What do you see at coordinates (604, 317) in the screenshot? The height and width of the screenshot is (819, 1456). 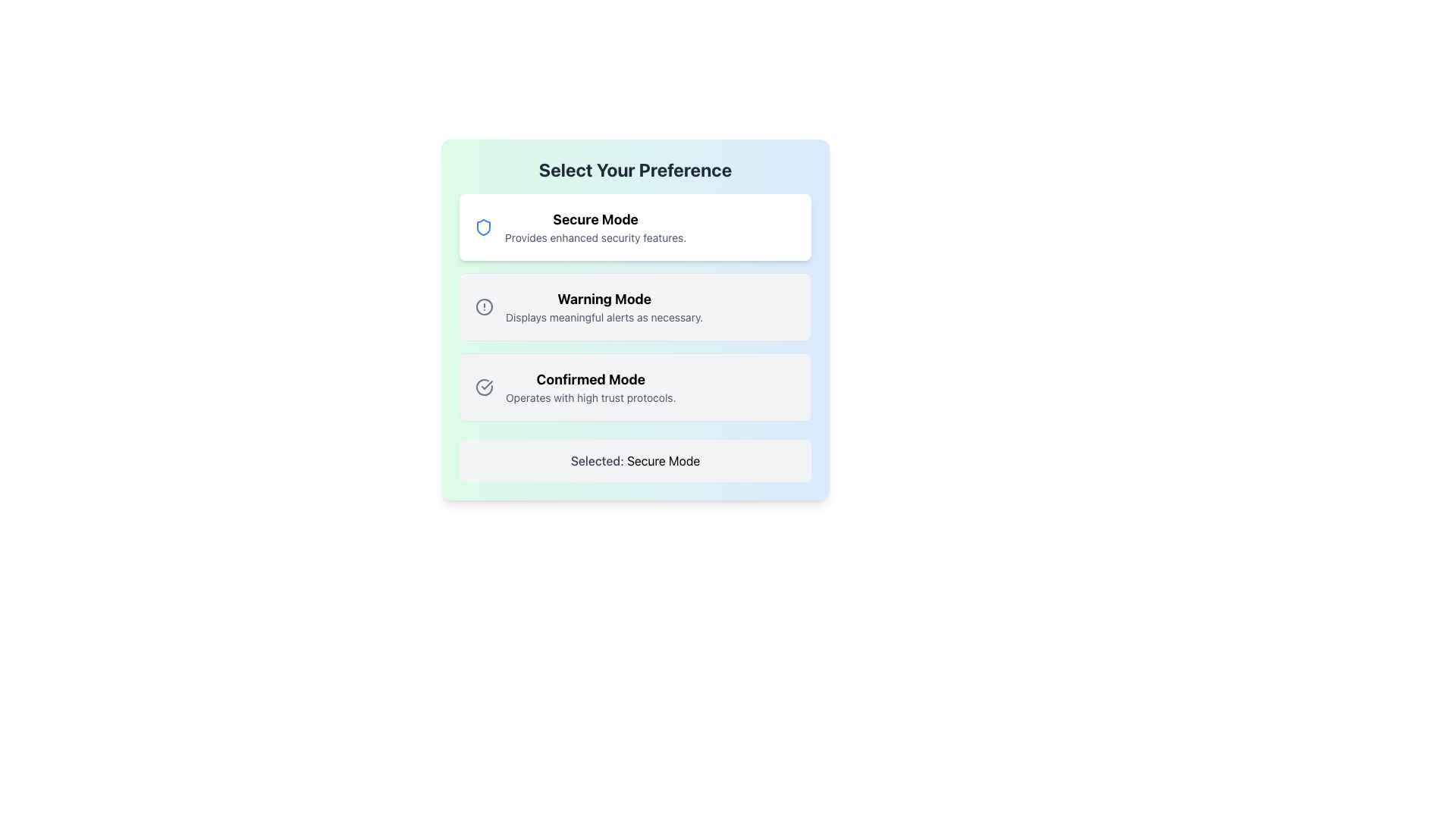 I see `the text label providing additional information regarding the 'Warning Mode' option, which is the second line of text within the 'Warning Mode' section` at bounding box center [604, 317].